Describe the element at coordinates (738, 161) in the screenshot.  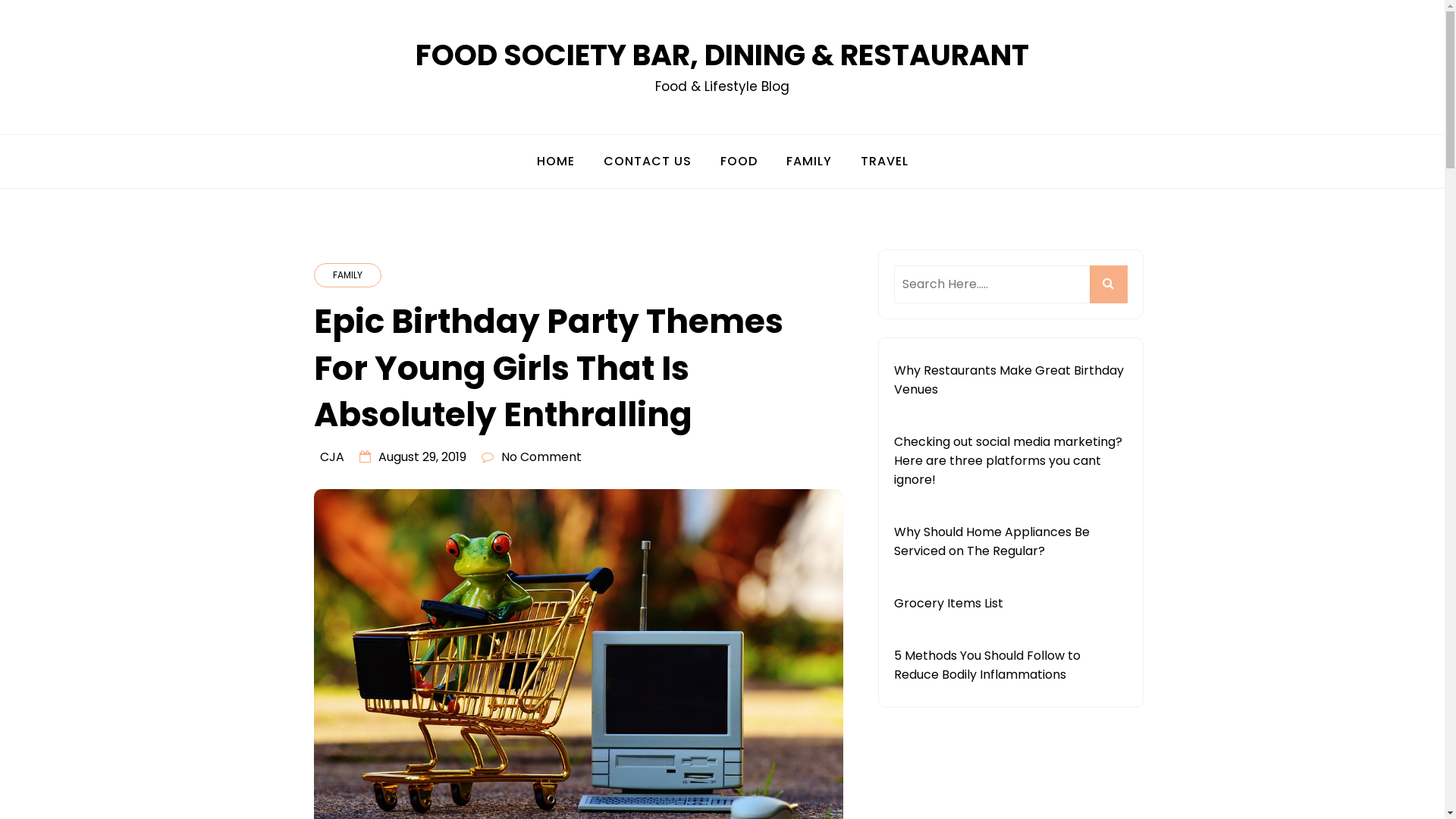
I see `'FOOD'` at that location.